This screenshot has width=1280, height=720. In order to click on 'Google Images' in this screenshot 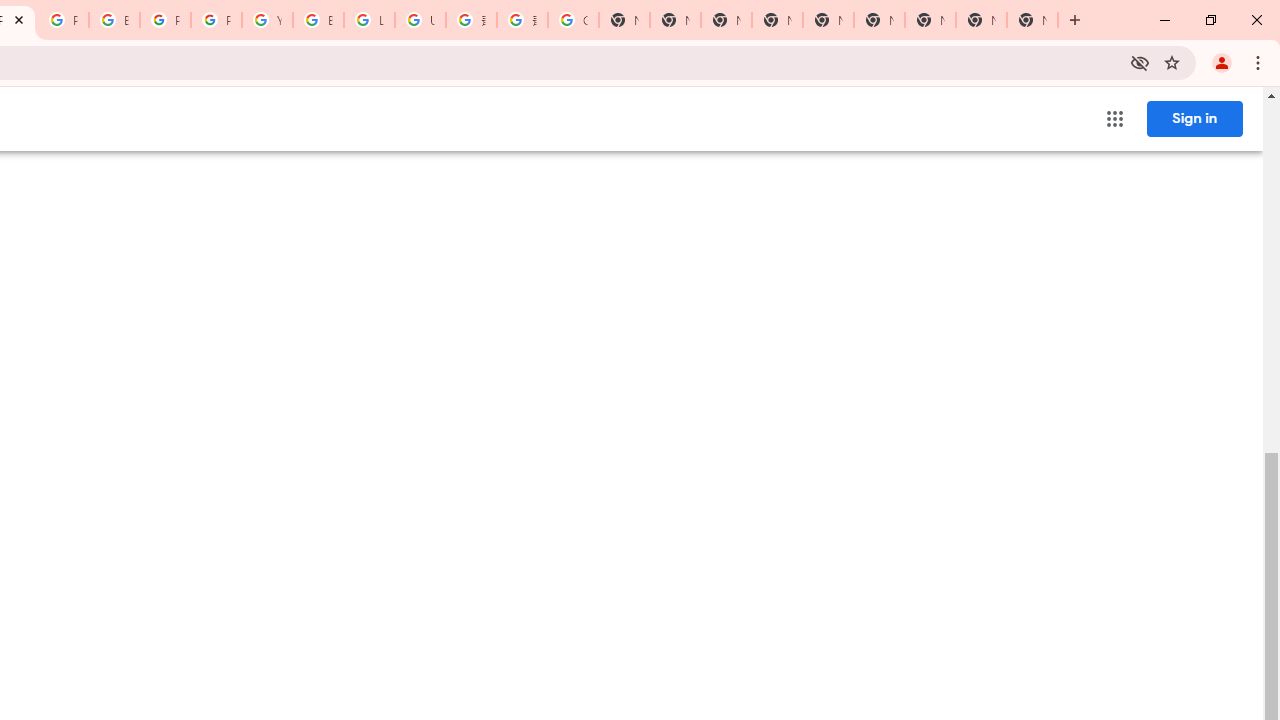, I will do `click(572, 20)`.